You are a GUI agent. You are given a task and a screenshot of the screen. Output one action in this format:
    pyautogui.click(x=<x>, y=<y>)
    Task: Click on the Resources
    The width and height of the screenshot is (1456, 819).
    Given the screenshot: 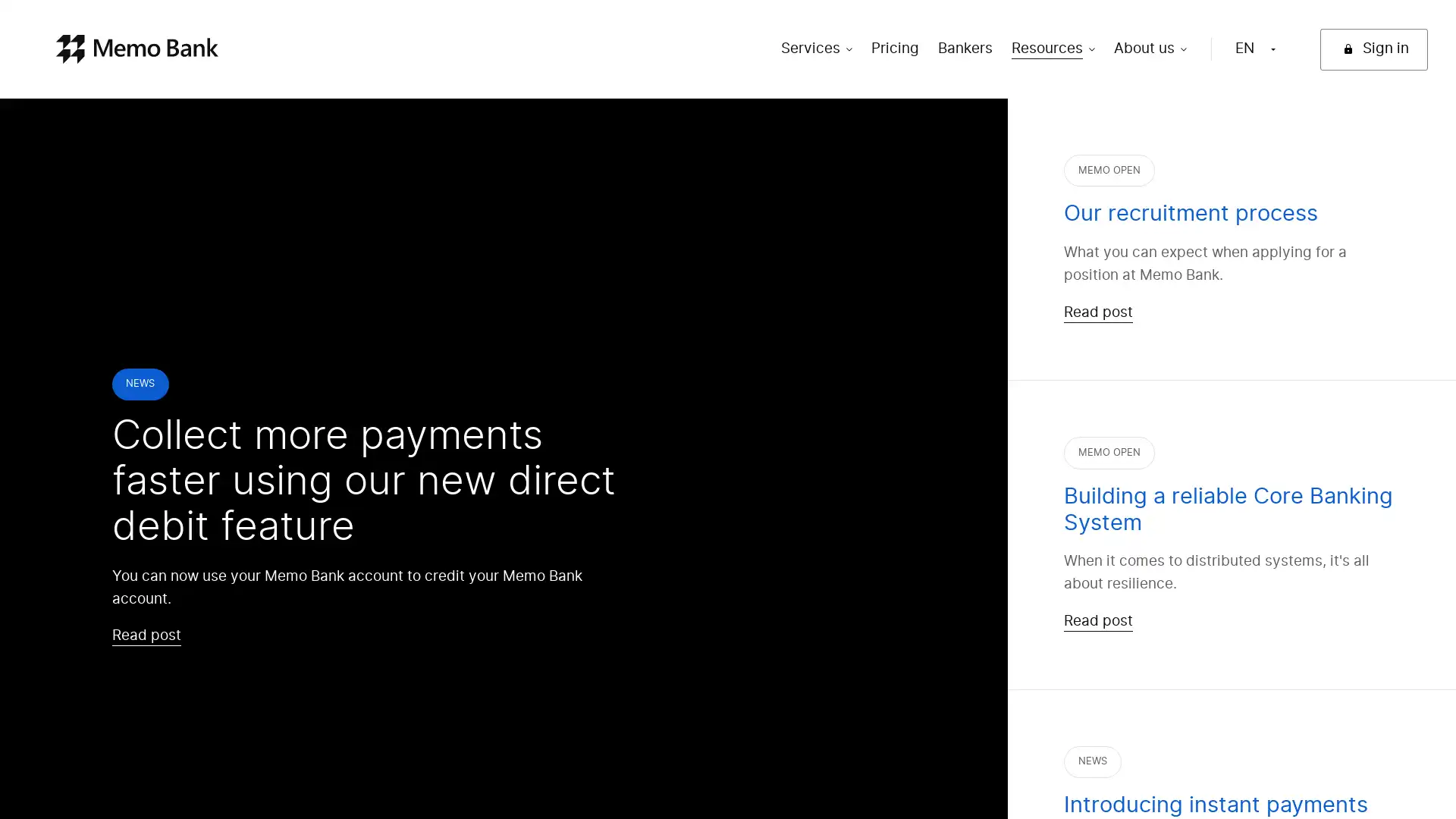 What is the action you would take?
    pyautogui.click(x=1052, y=49)
    